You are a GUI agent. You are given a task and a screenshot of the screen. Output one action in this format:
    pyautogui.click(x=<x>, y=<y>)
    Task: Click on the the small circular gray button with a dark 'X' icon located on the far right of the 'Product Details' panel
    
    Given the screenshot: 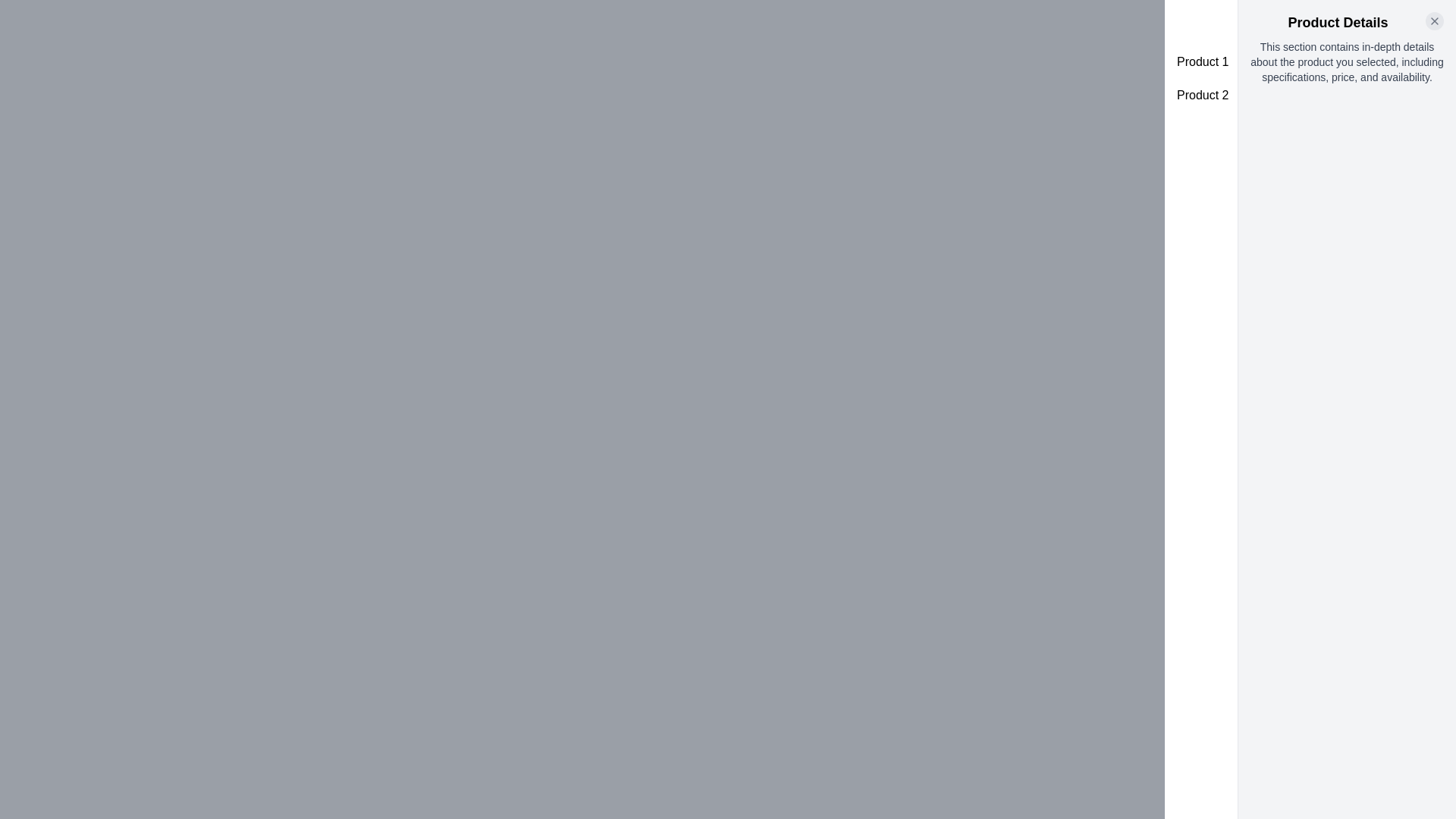 What is the action you would take?
    pyautogui.click(x=1433, y=20)
    